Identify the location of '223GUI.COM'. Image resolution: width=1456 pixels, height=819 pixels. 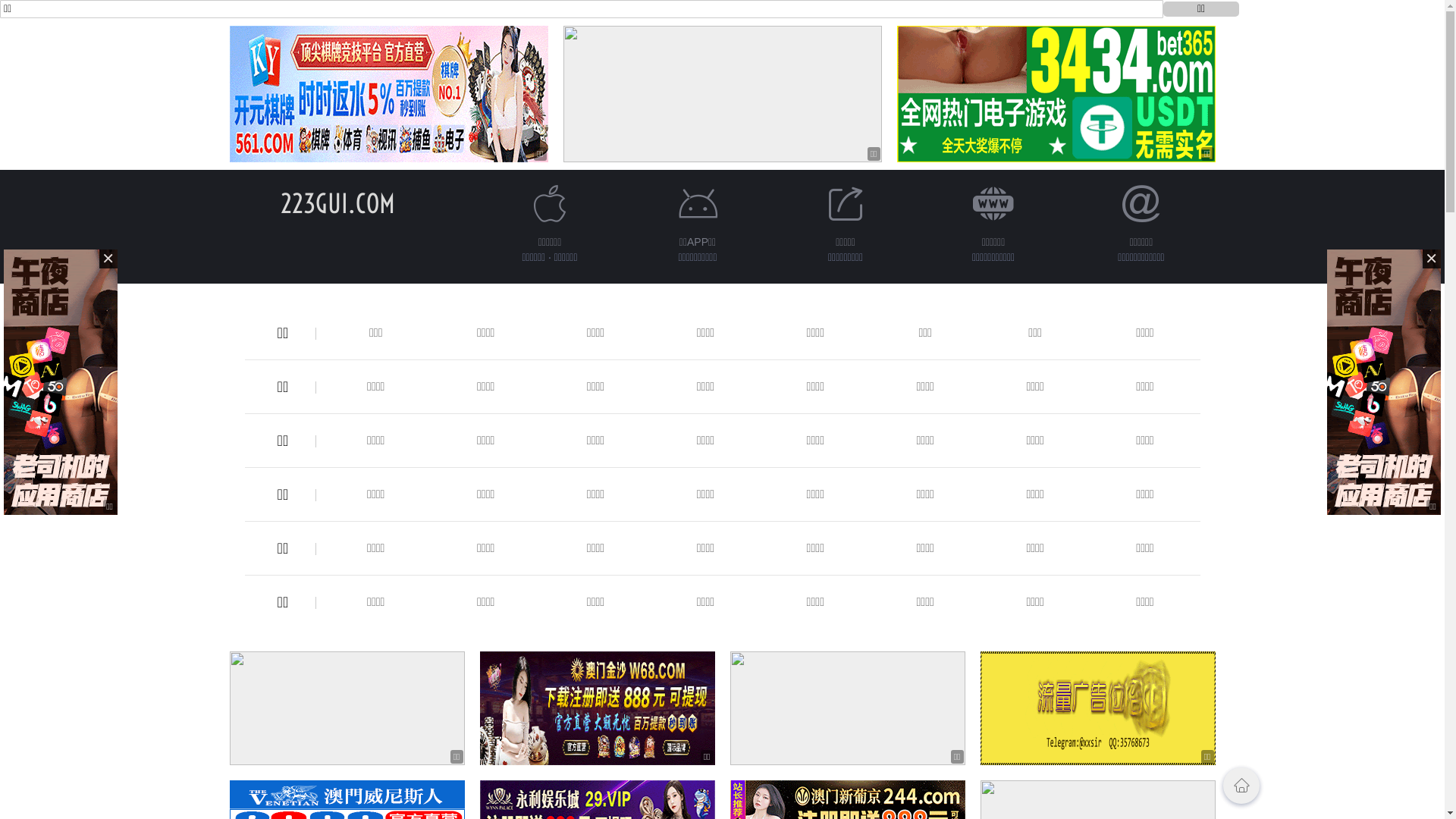
(280, 202).